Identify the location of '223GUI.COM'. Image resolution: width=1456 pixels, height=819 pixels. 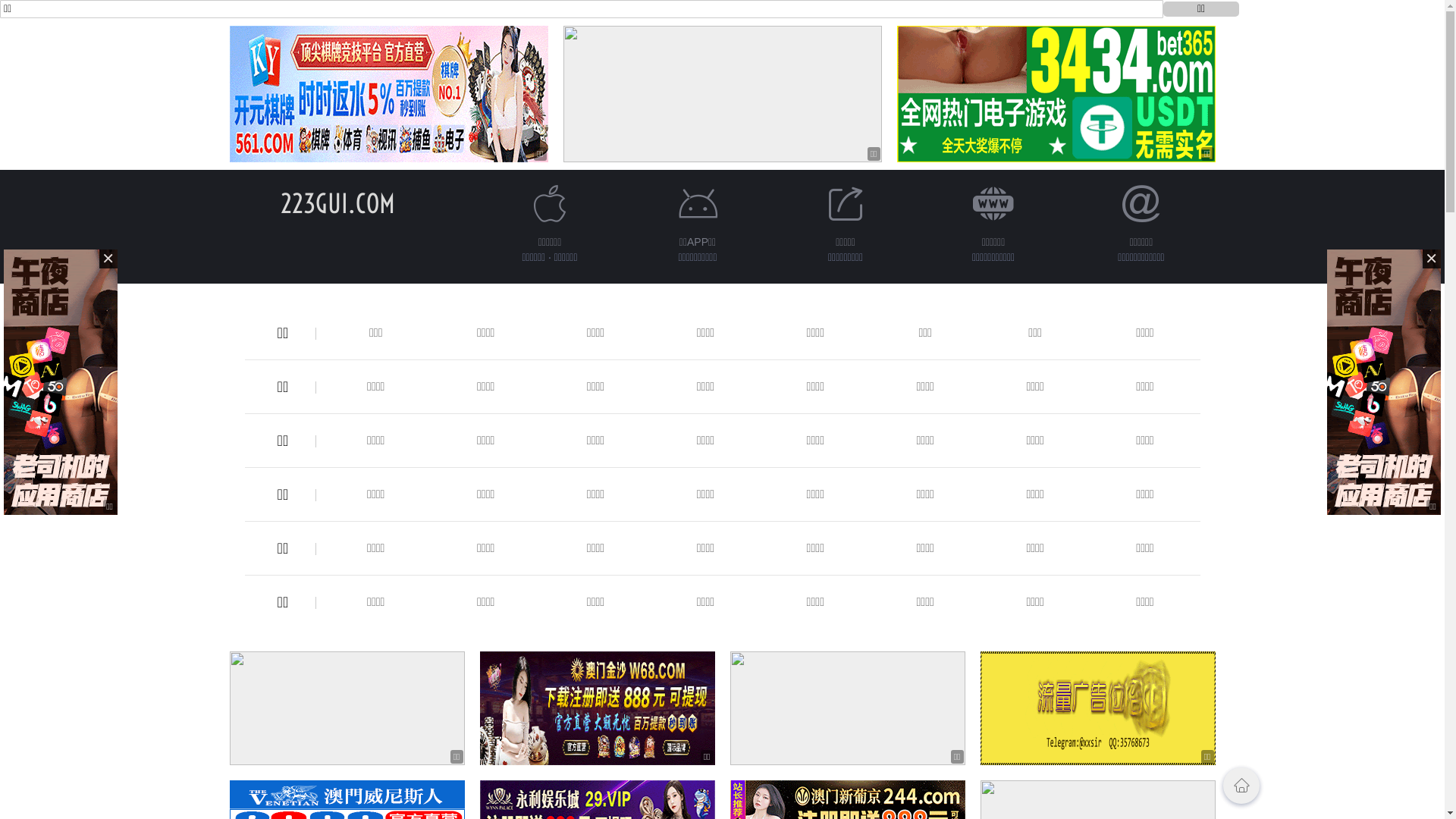
(280, 202).